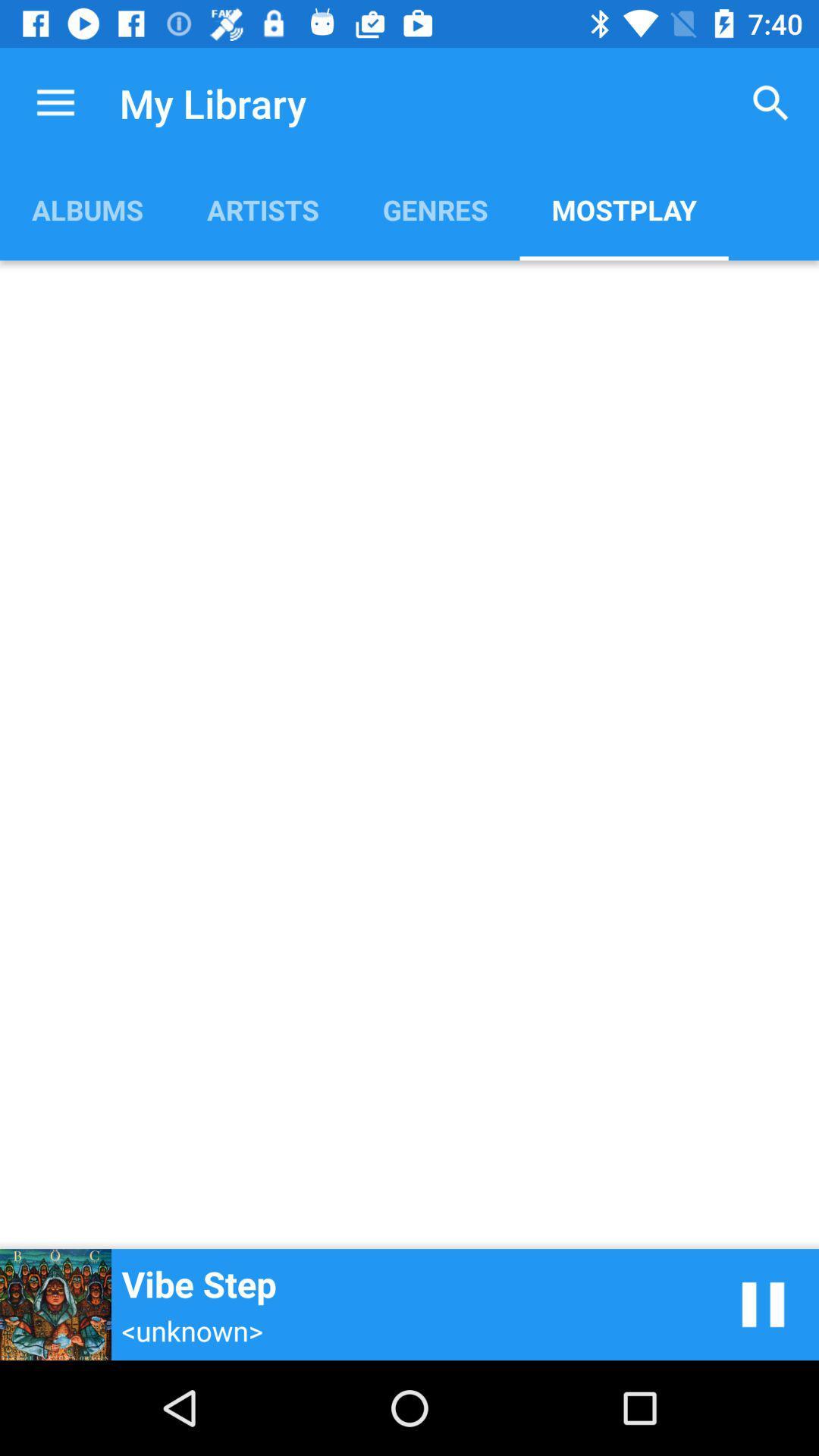  Describe the element at coordinates (763, 1304) in the screenshot. I see `item next to vibe step icon` at that location.